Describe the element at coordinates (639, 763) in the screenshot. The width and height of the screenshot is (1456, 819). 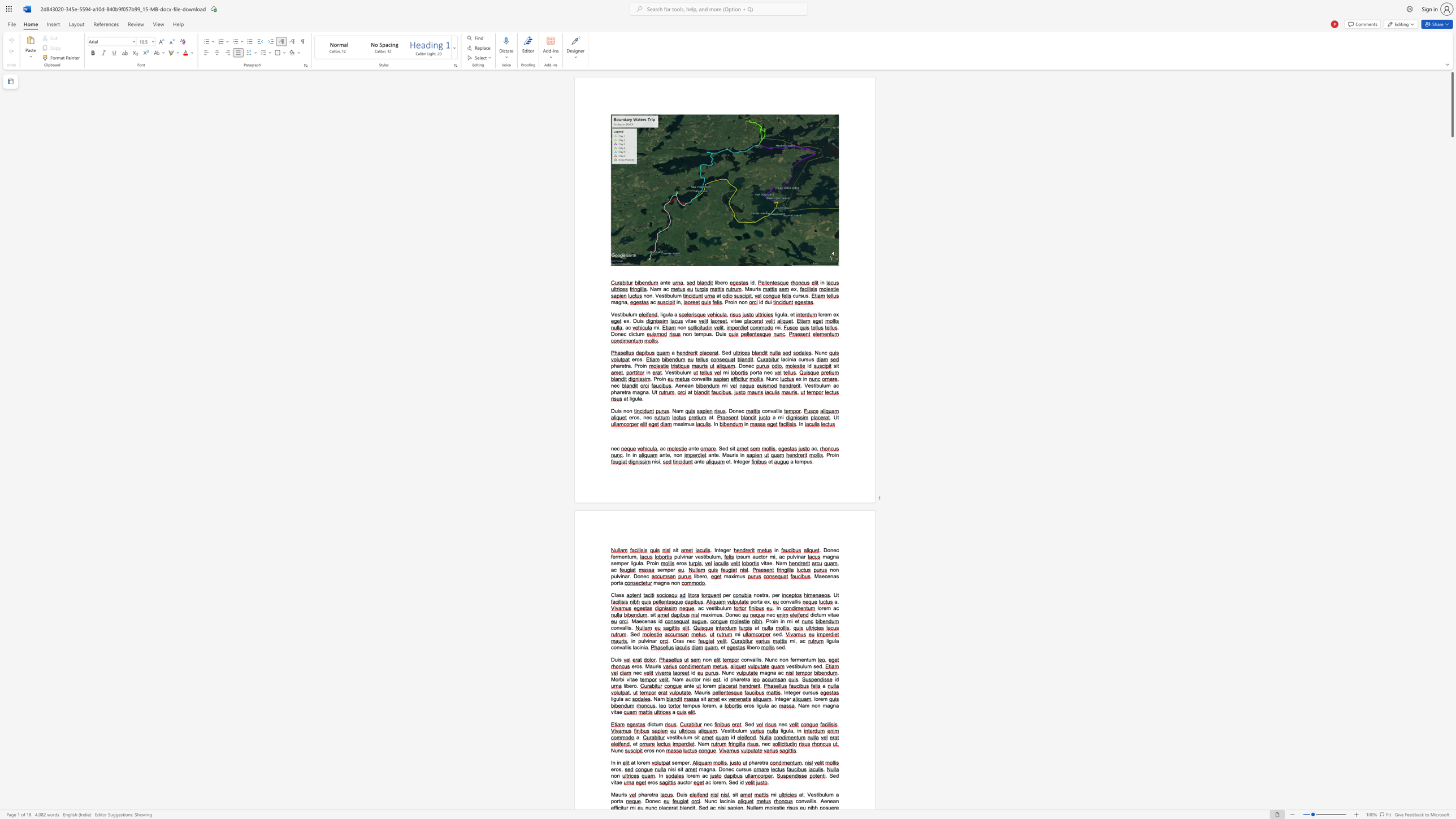
I see `the 1th character "o" in the text` at that location.